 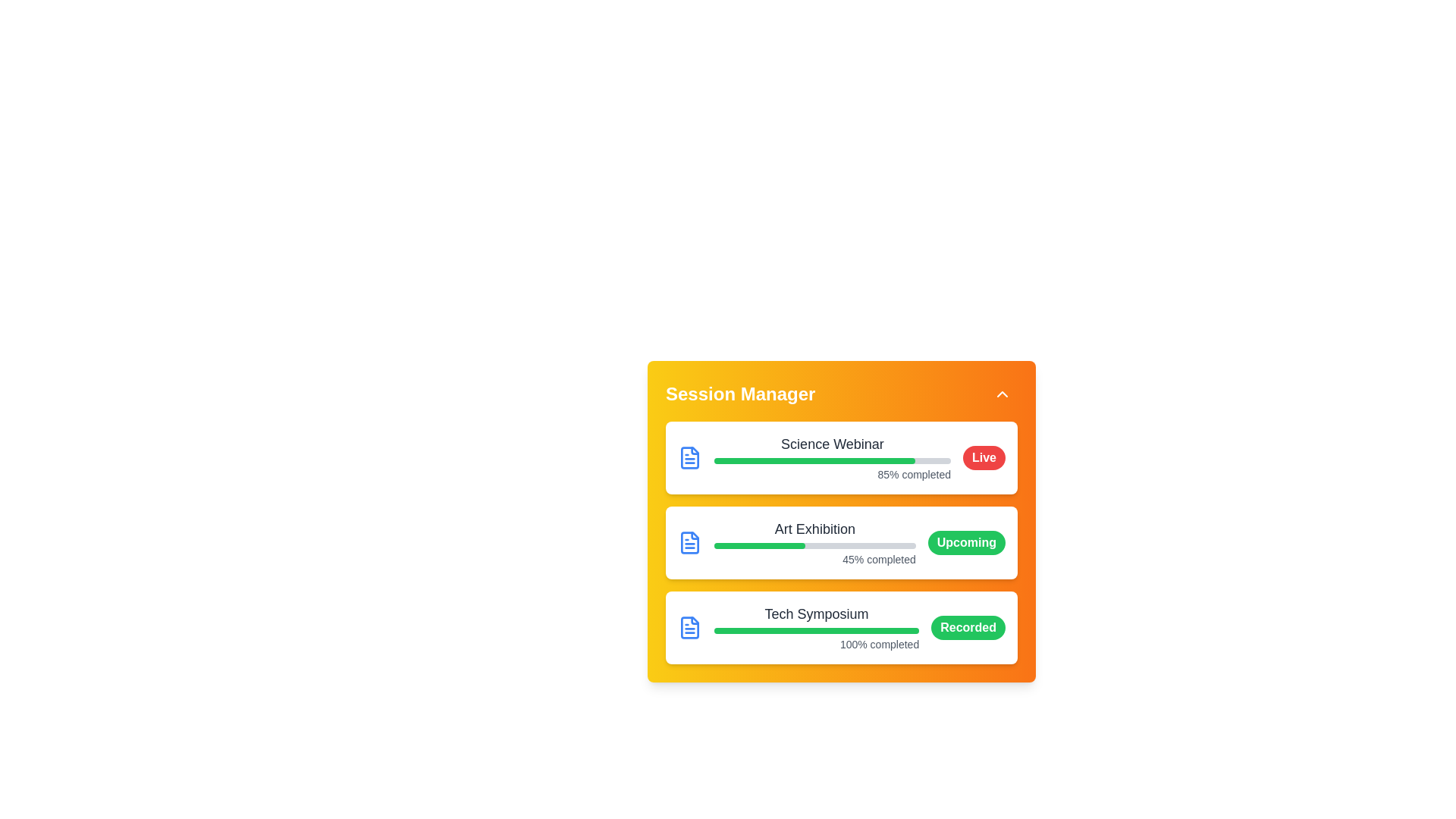 I want to click on the small button with an upward-pointing chevron icon, styled with a white color on an orange background, located in the top-right corner of the 'Session Manager' header, so click(x=1002, y=394).